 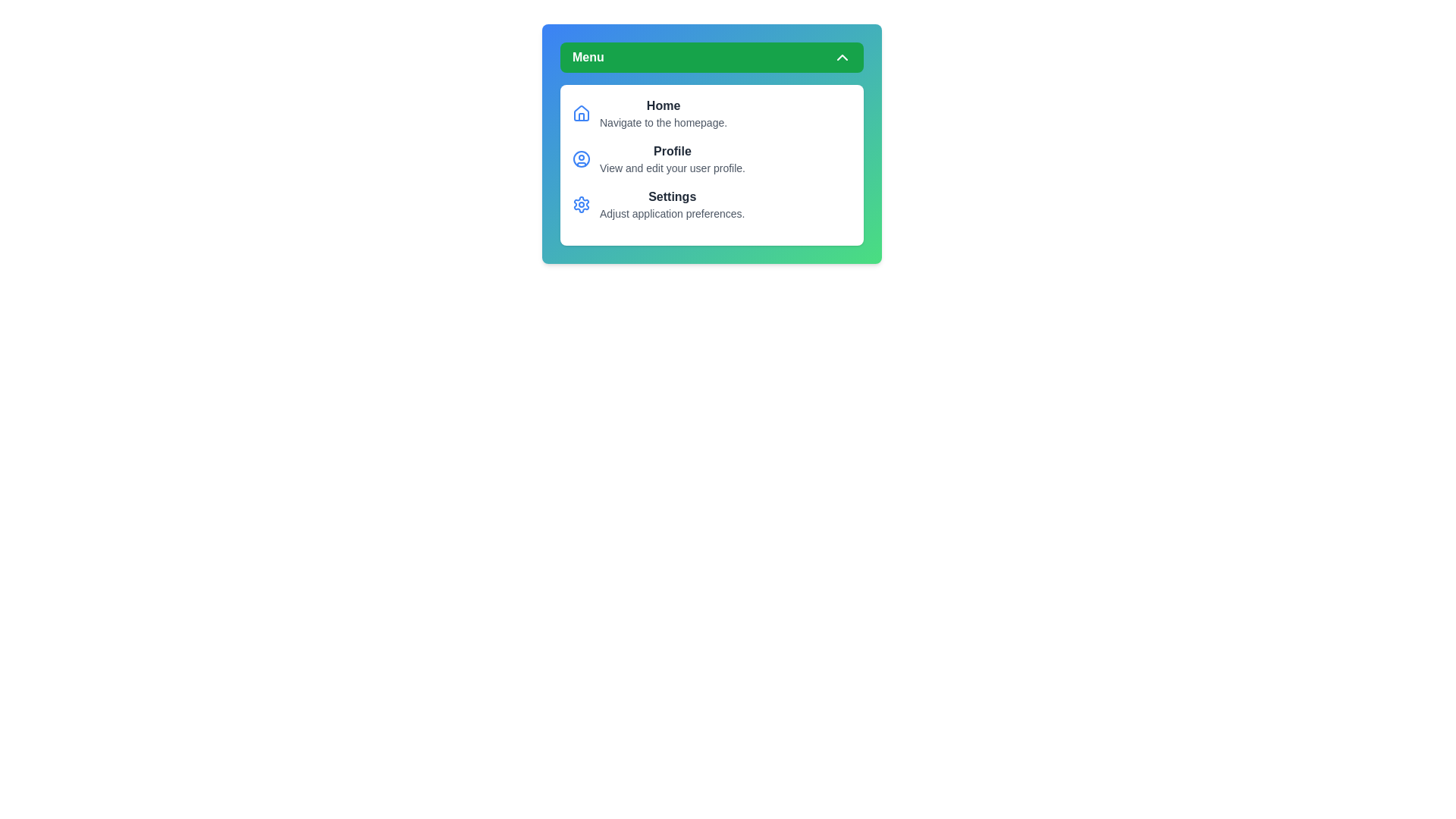 I want to click on the icon associated with the Settings menu item, so click(x=581, y=205).